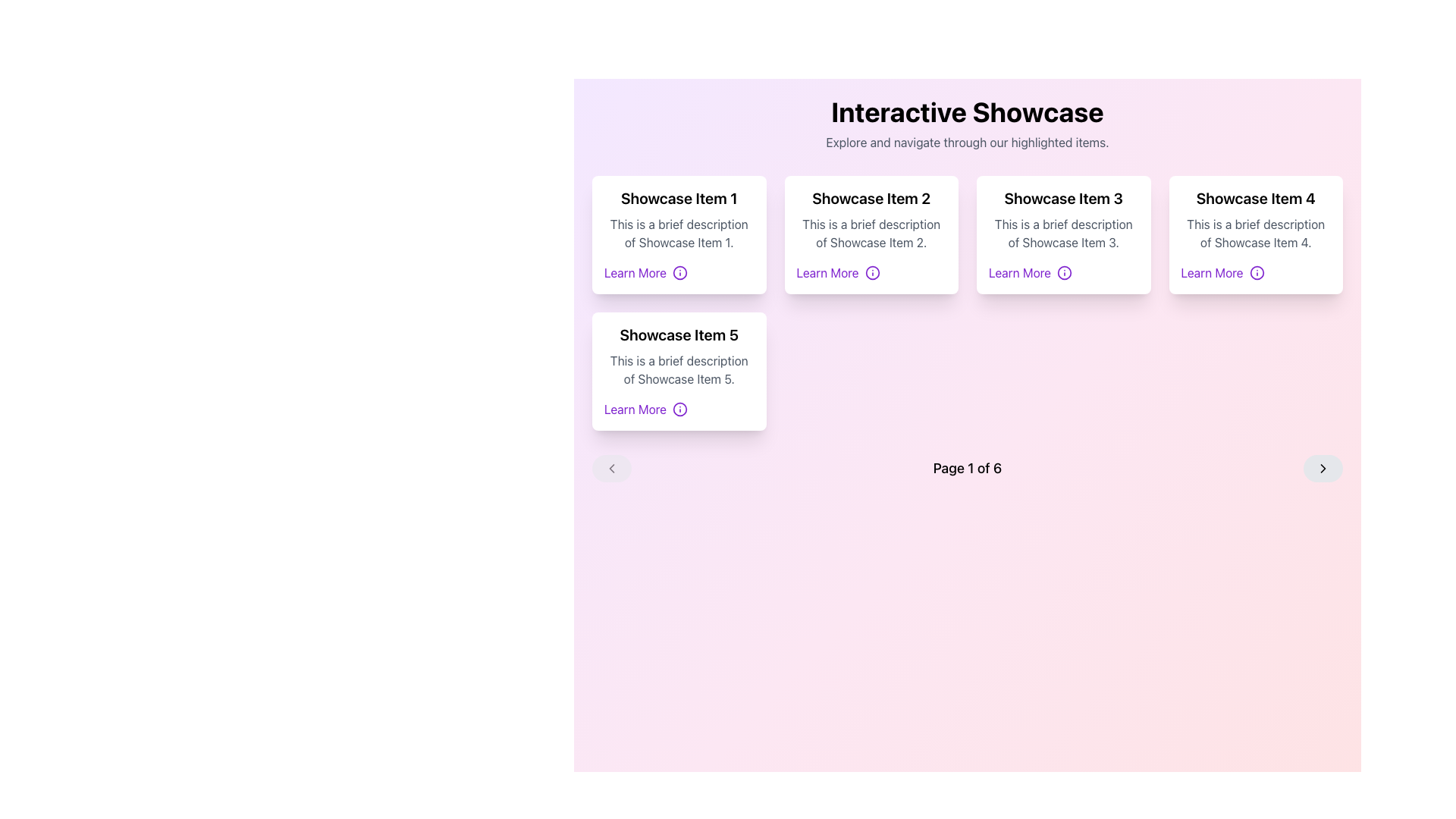  Describe the element at coordinates (1257, 271) in the screenshot. I see `the circular graphic element that serves as a border for the info icon, located adjacent to the 'Learn More' link in the fourth showcase card on the second row` at that location.